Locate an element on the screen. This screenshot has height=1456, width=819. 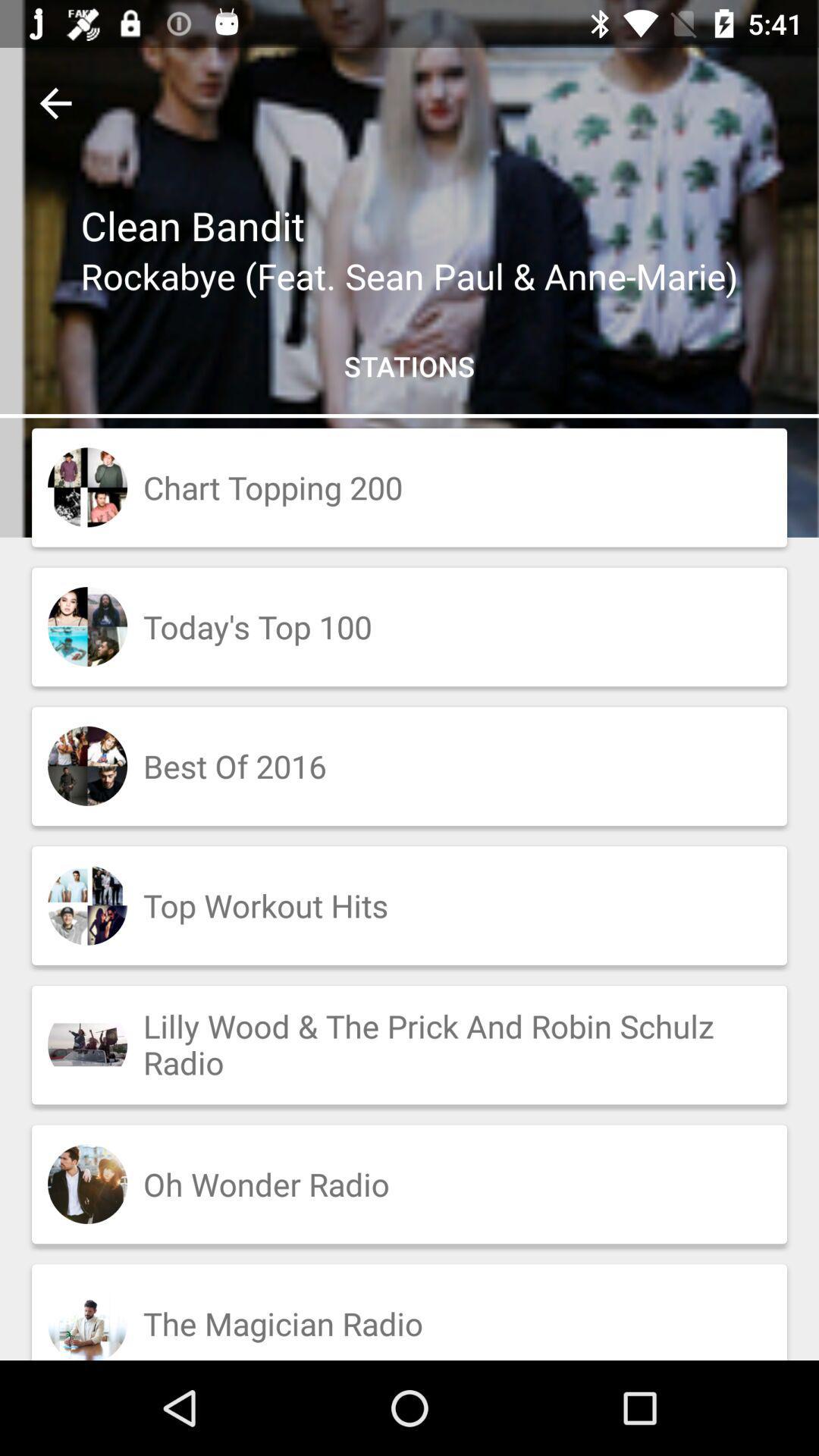
image in third option from bottom is located at coordinates (87, 1043).